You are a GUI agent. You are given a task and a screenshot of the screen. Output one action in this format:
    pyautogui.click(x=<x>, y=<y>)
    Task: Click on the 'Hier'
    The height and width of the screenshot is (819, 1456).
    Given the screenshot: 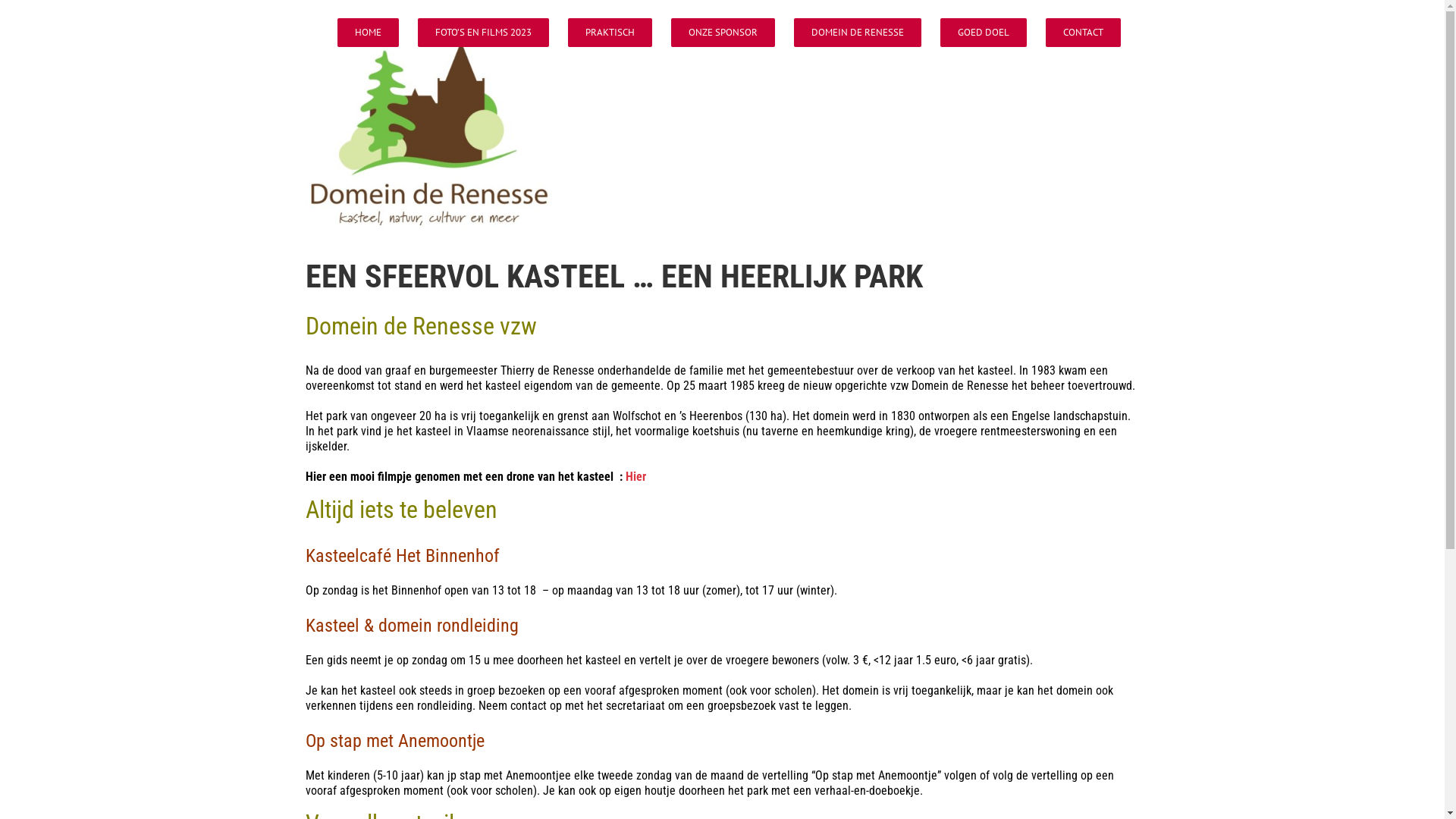 What is the action you would take?
    pyautogui.click(x=625, y=475)
    